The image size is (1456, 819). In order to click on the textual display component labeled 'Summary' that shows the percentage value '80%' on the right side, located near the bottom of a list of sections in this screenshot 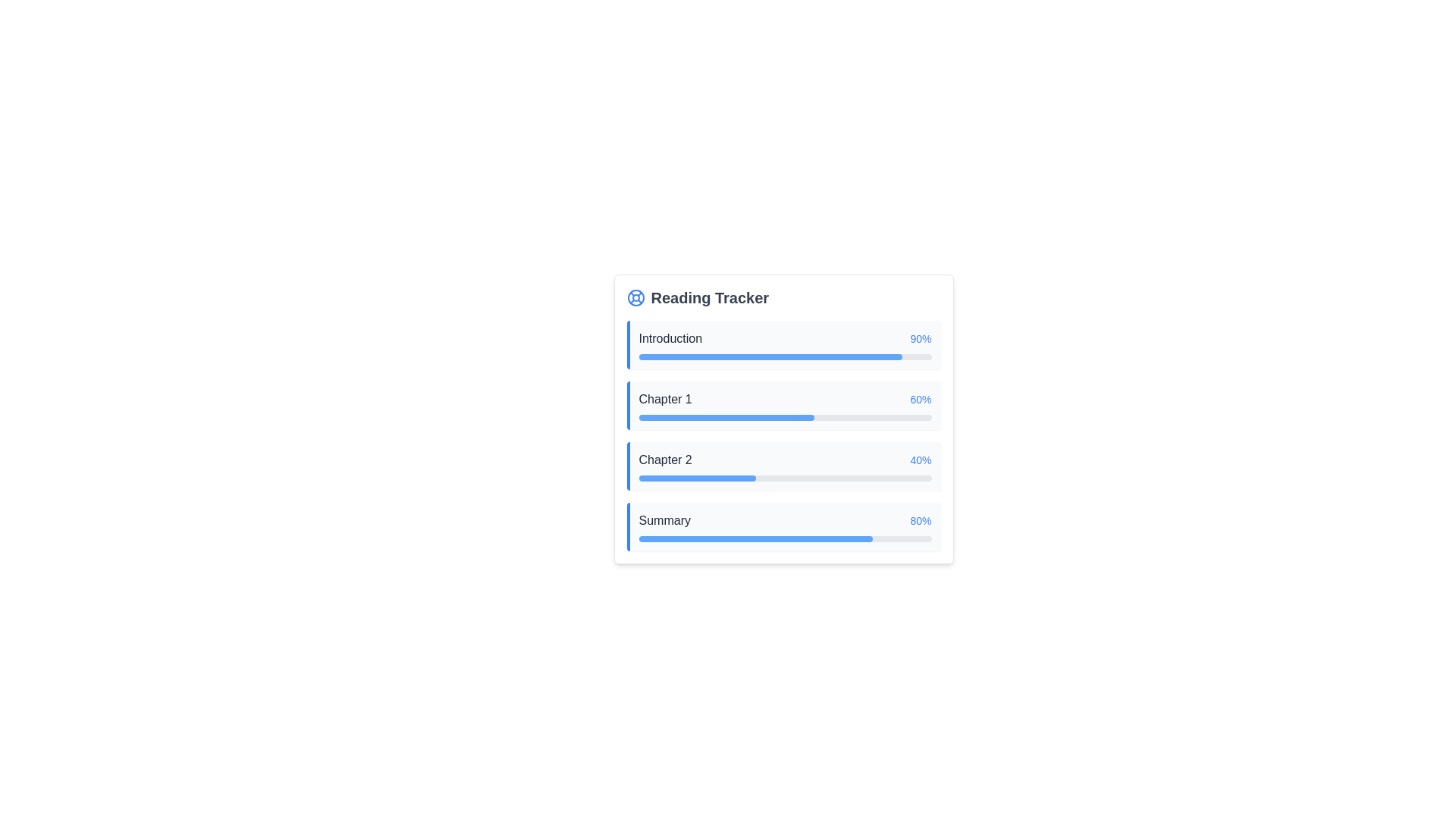, I will do `click(785, 519)`.